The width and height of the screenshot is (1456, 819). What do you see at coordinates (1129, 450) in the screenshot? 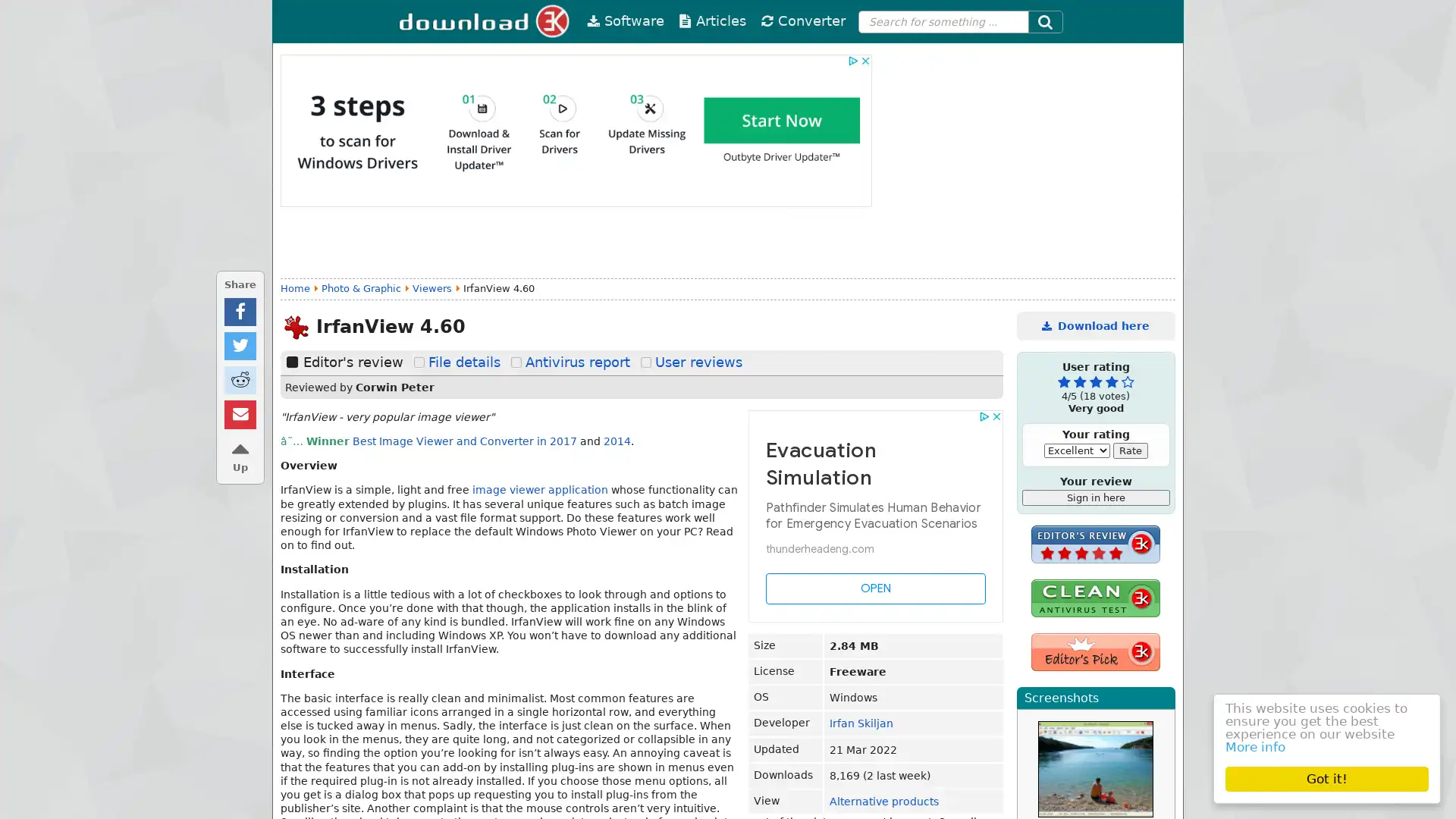
I see `Rate` at bounding box center [1129, 450].